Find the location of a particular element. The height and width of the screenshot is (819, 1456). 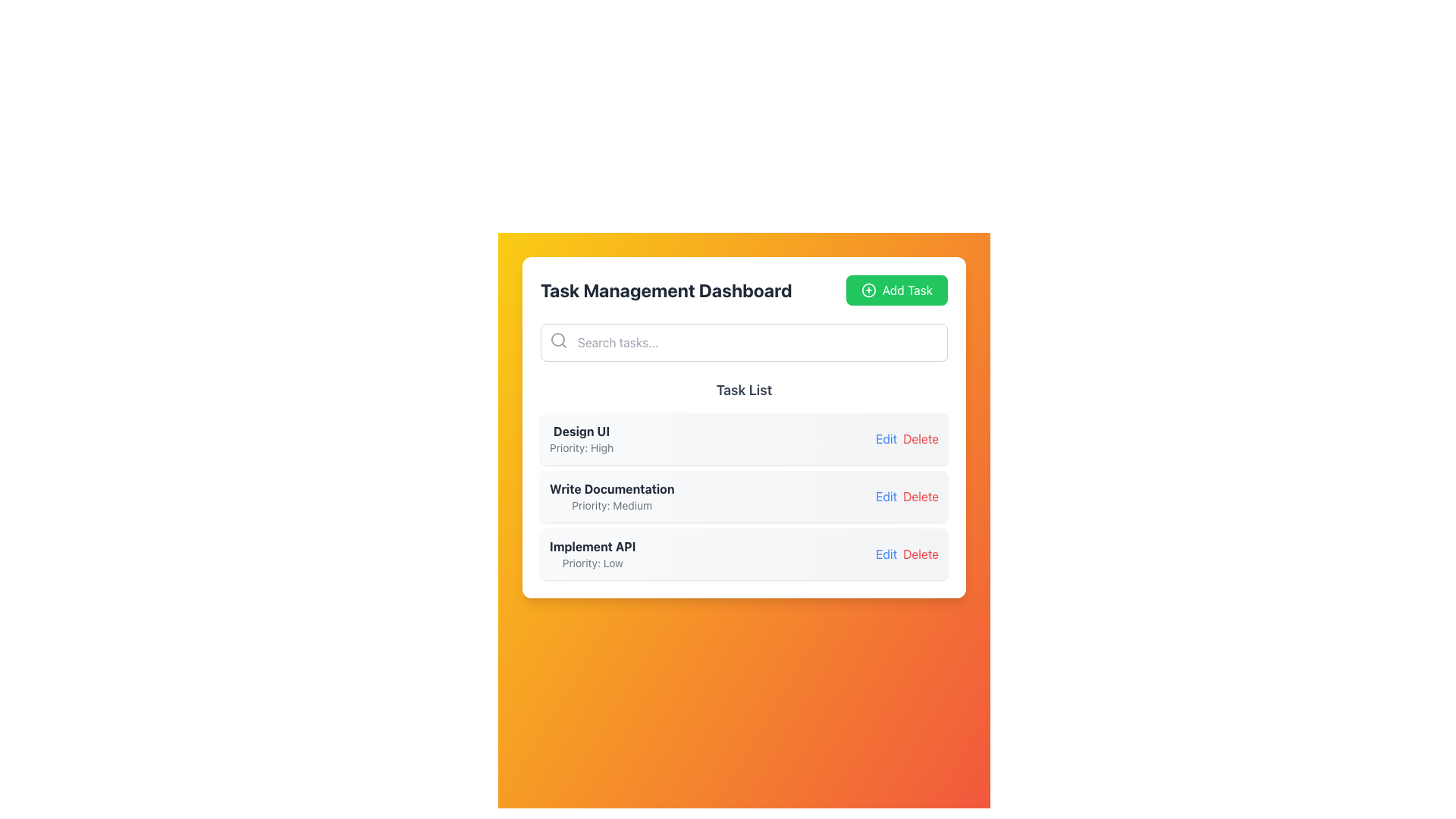

the small circular icon with a green background and a white plus symbol is located at coordinates (868, 290).